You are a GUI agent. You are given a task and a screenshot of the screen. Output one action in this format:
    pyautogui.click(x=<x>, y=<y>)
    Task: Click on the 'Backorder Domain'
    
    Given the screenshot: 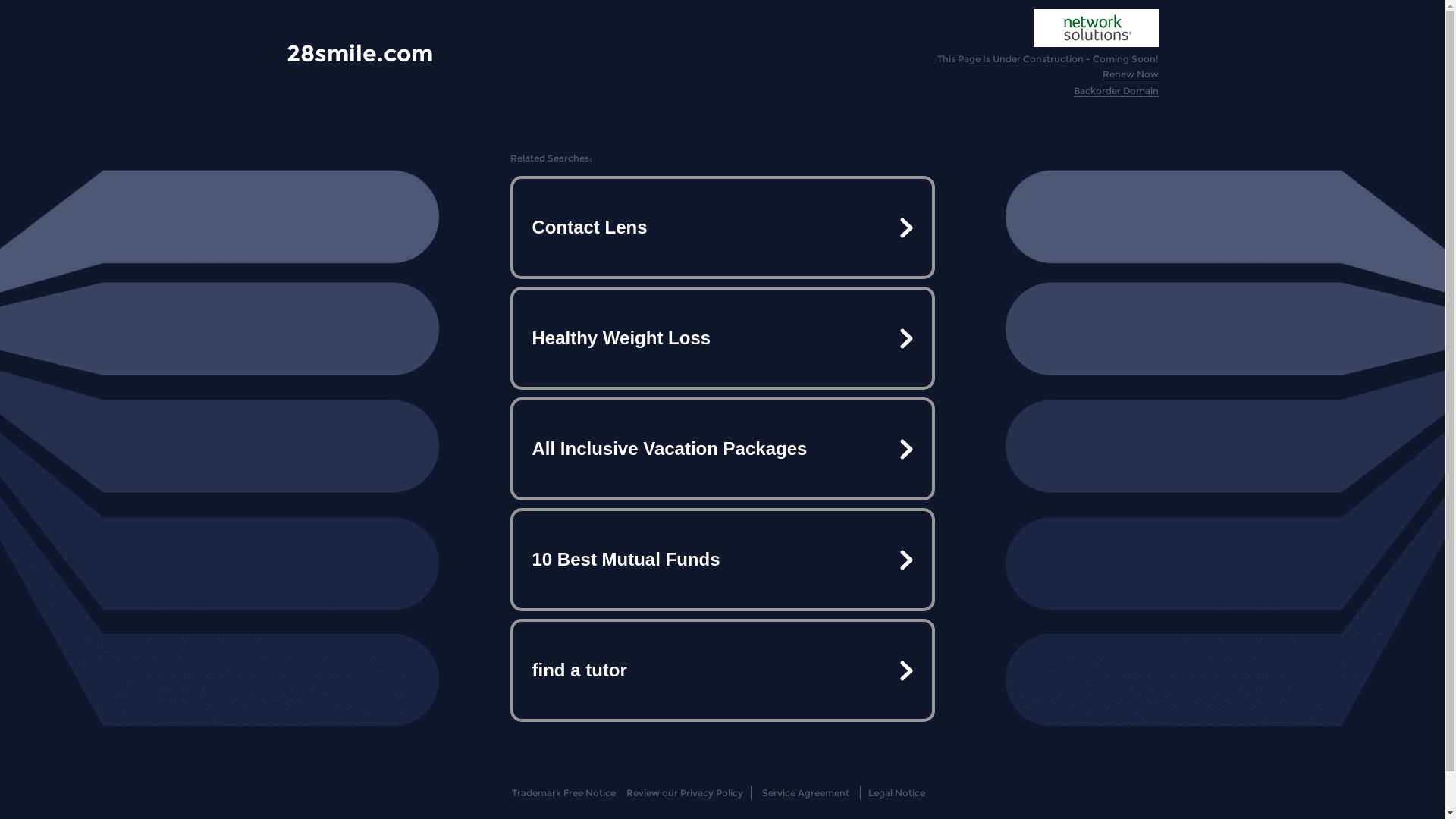 What is the action you would take?
    pyautogui.click(x=1116, y=90)
    